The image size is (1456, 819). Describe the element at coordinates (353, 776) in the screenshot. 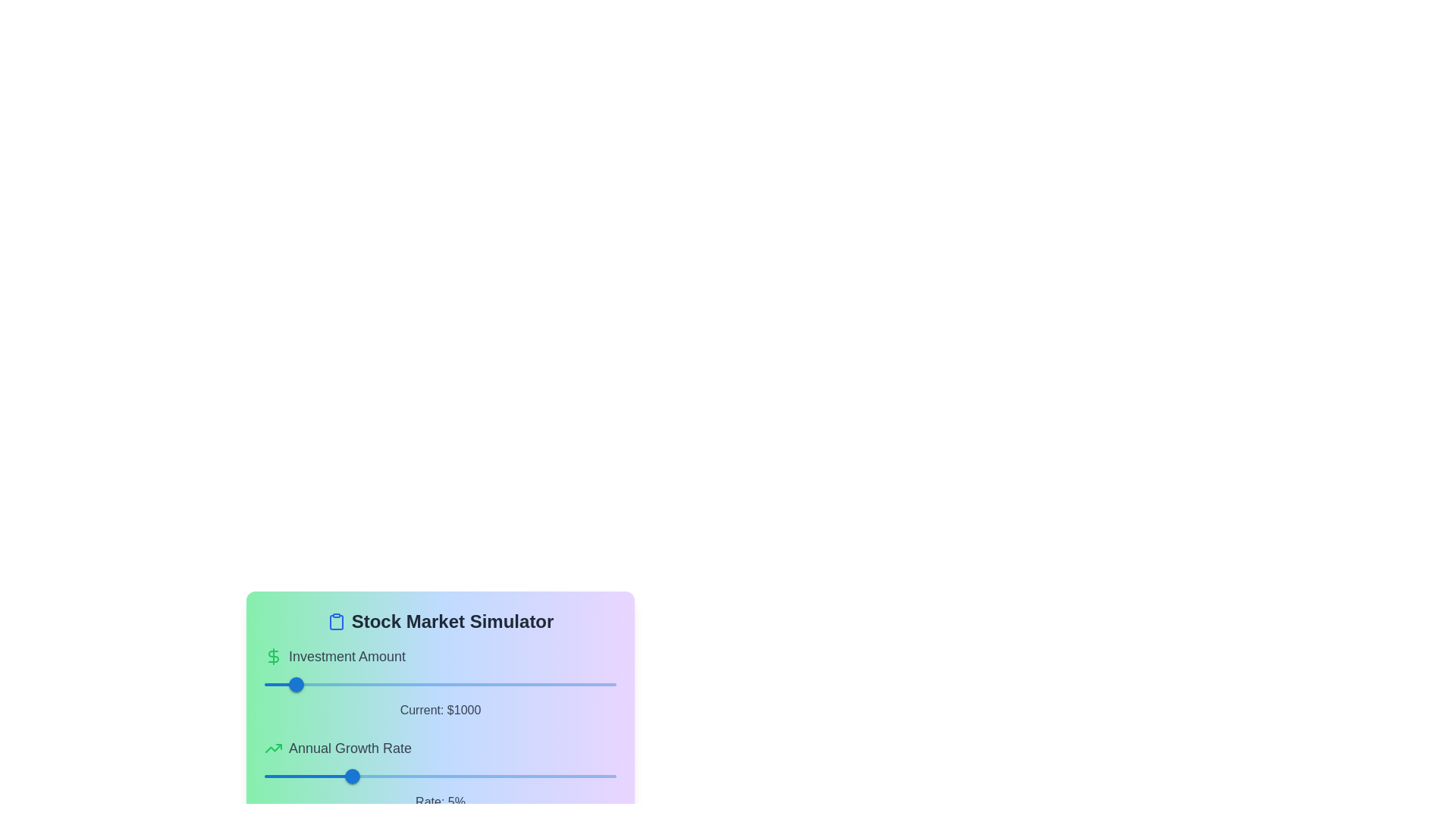

I see `the slider value` at that location.